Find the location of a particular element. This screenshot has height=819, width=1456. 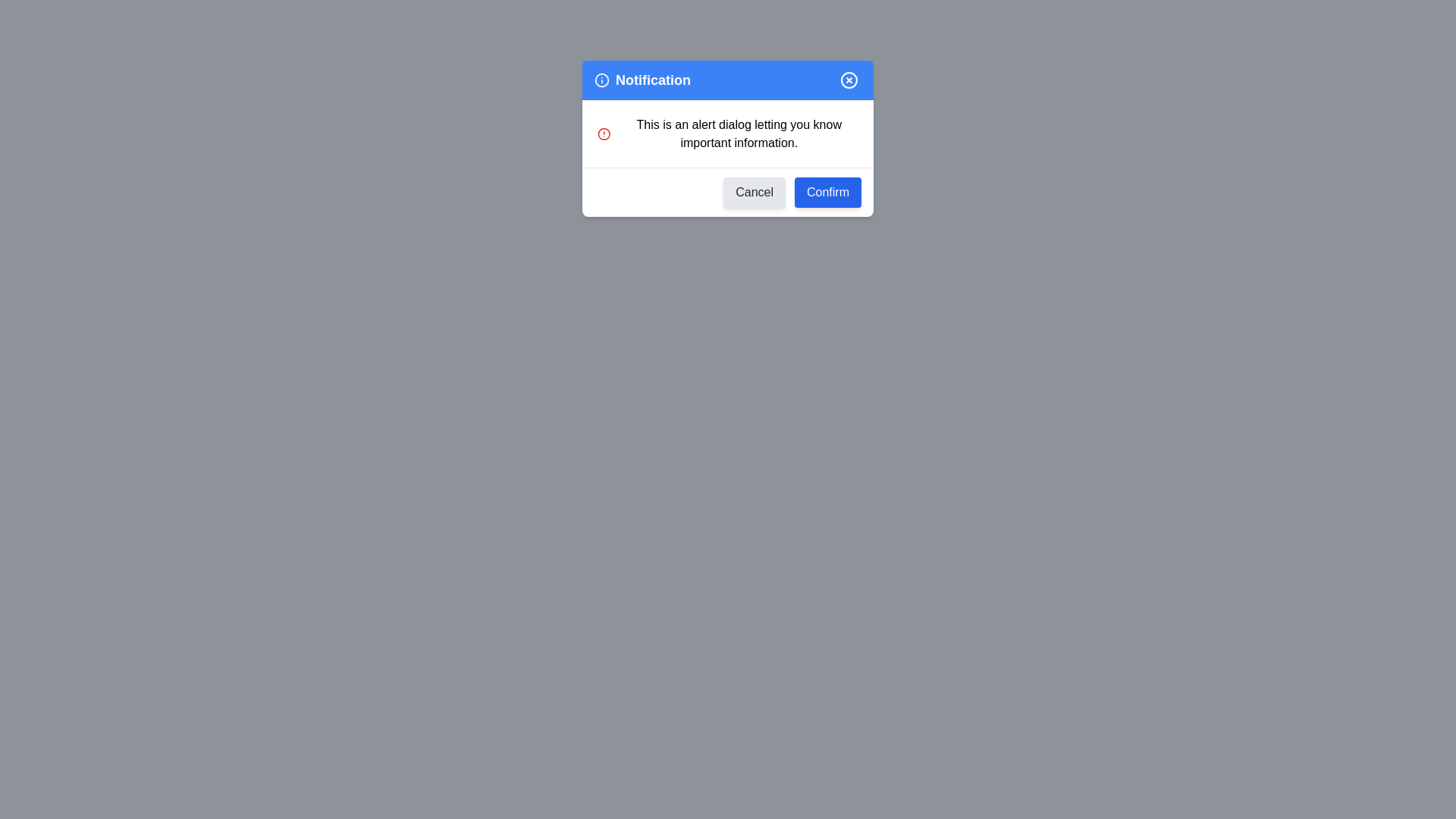

the close button located at the top-right corner of the blue header bar labeled 'Notification' is located at coordinates (848, 80).